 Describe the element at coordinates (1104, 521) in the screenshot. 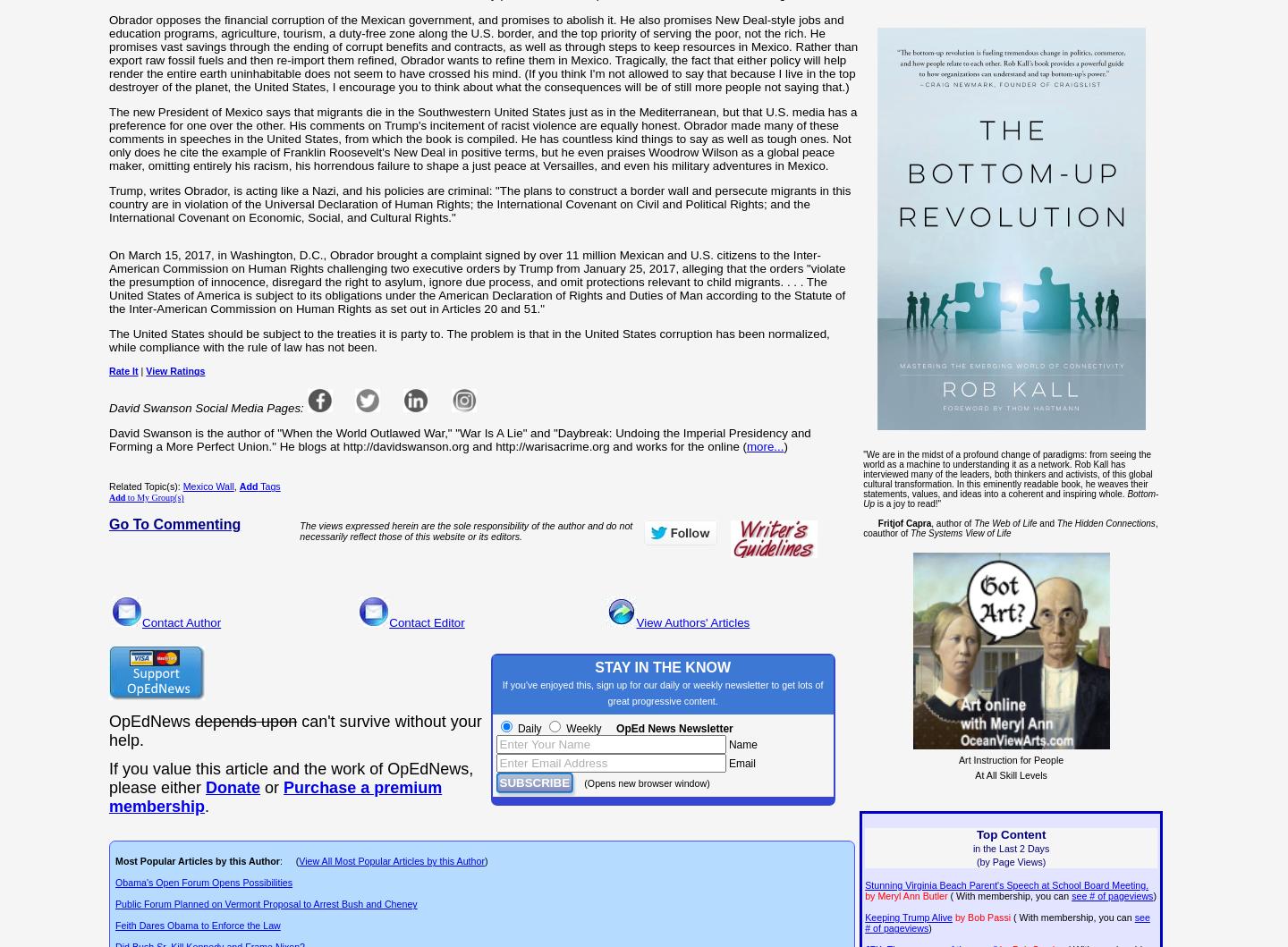

I see `'The Hidden Connections'` at that location.